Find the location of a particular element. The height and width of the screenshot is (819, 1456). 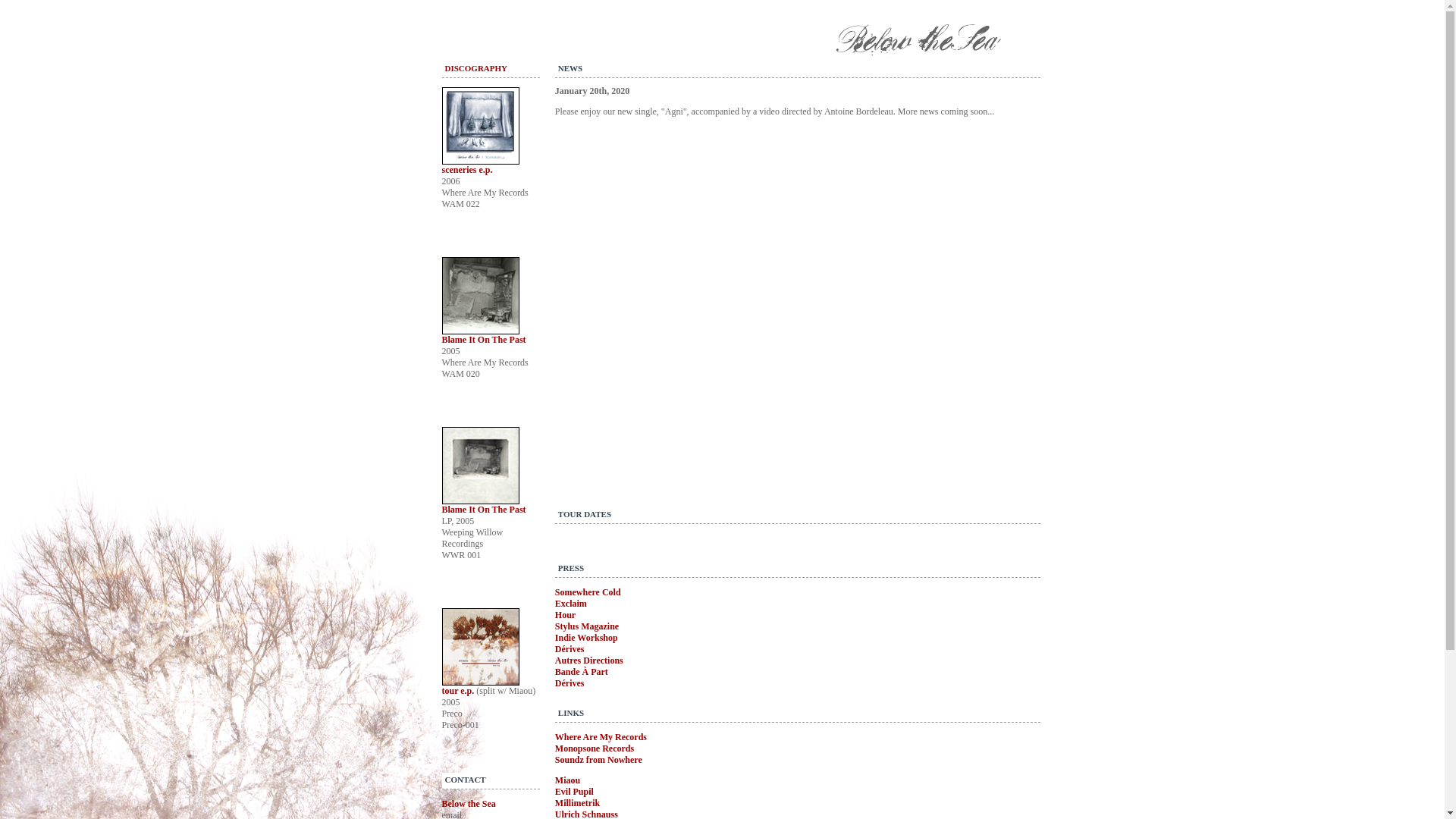

'DISCOGRAPHY' is located at coordinates (443, 67).